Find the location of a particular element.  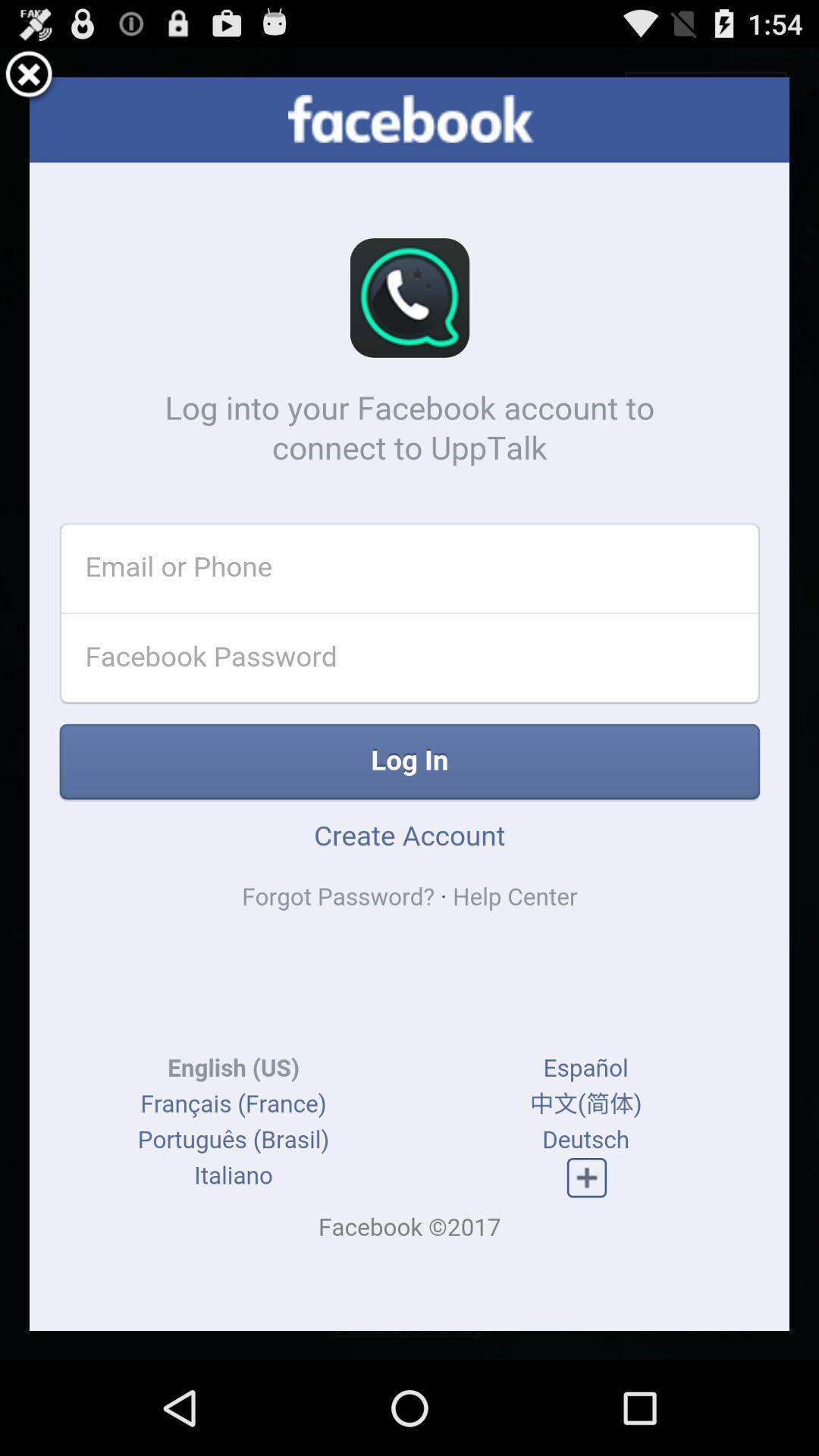

click close option is located at coordinates (29, 76).